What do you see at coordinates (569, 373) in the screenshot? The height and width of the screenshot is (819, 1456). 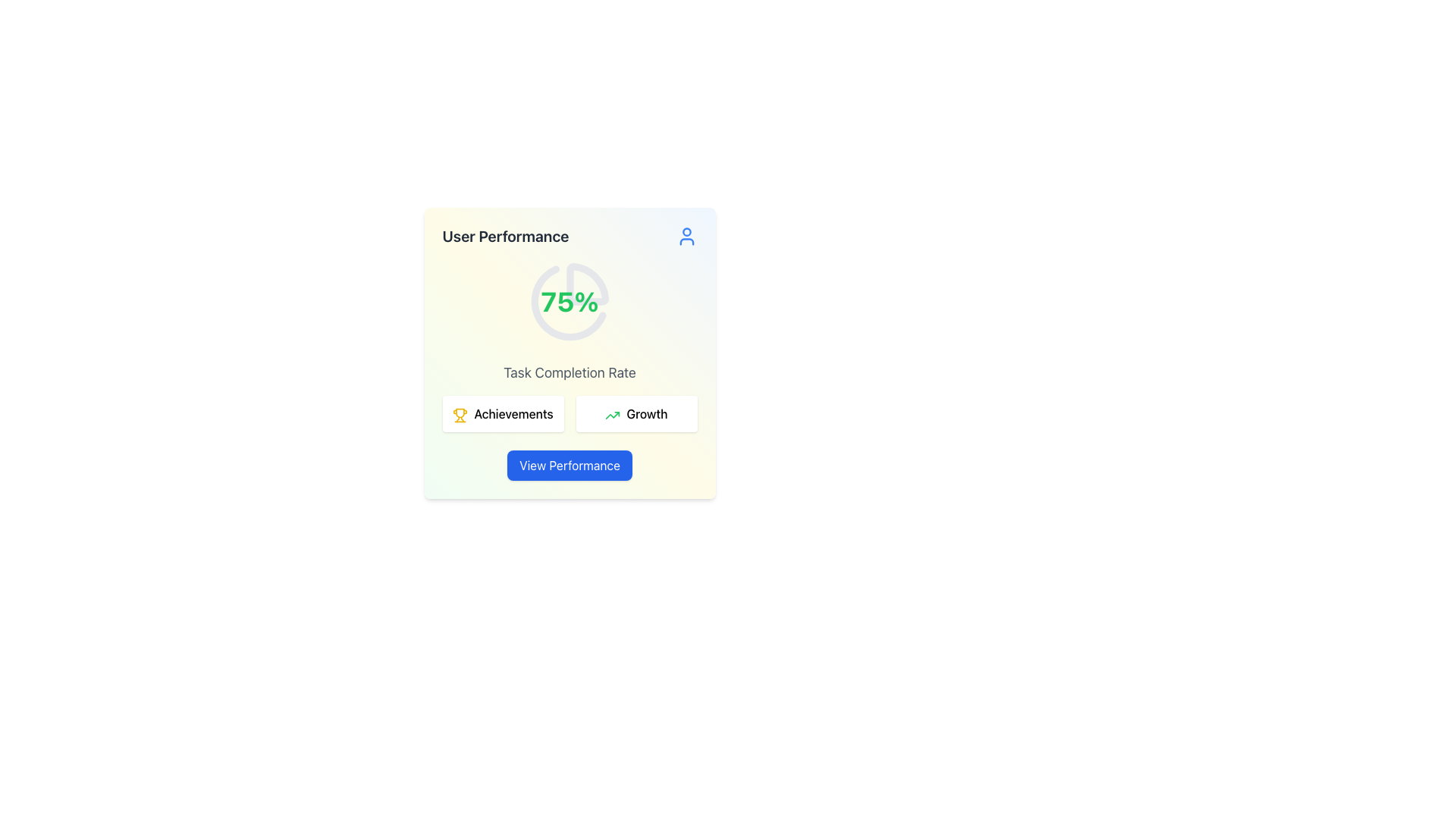 I see `the descriptive text label that explains the significance of the '75%' task completion rate, positioned below the statistic and above the 'Achievements' and 'Growth' sections` at bounding box center [569, 373].